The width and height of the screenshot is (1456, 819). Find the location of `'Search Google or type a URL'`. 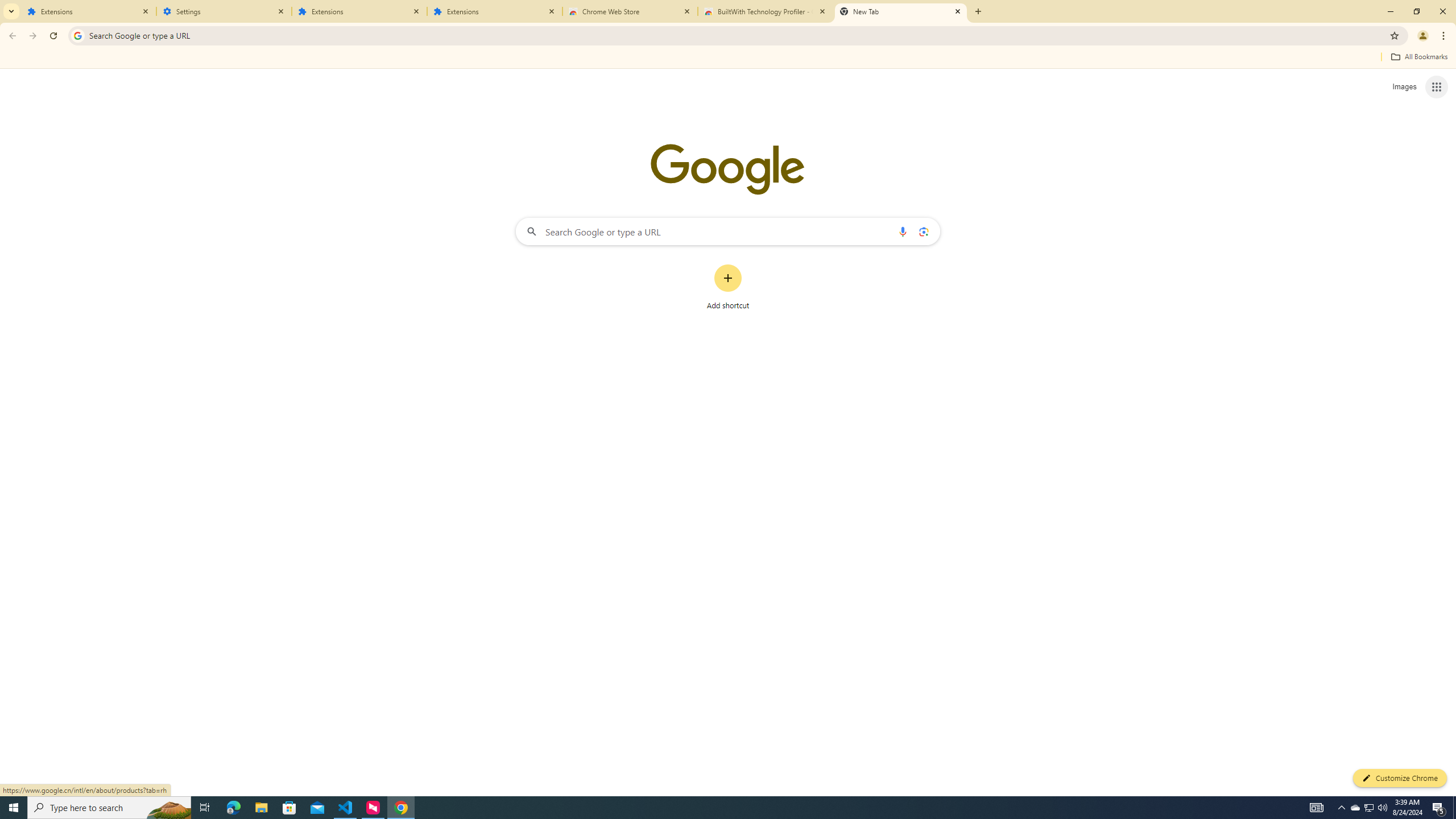

'Search Google or type a URL' is located at coordinates (728, 230).